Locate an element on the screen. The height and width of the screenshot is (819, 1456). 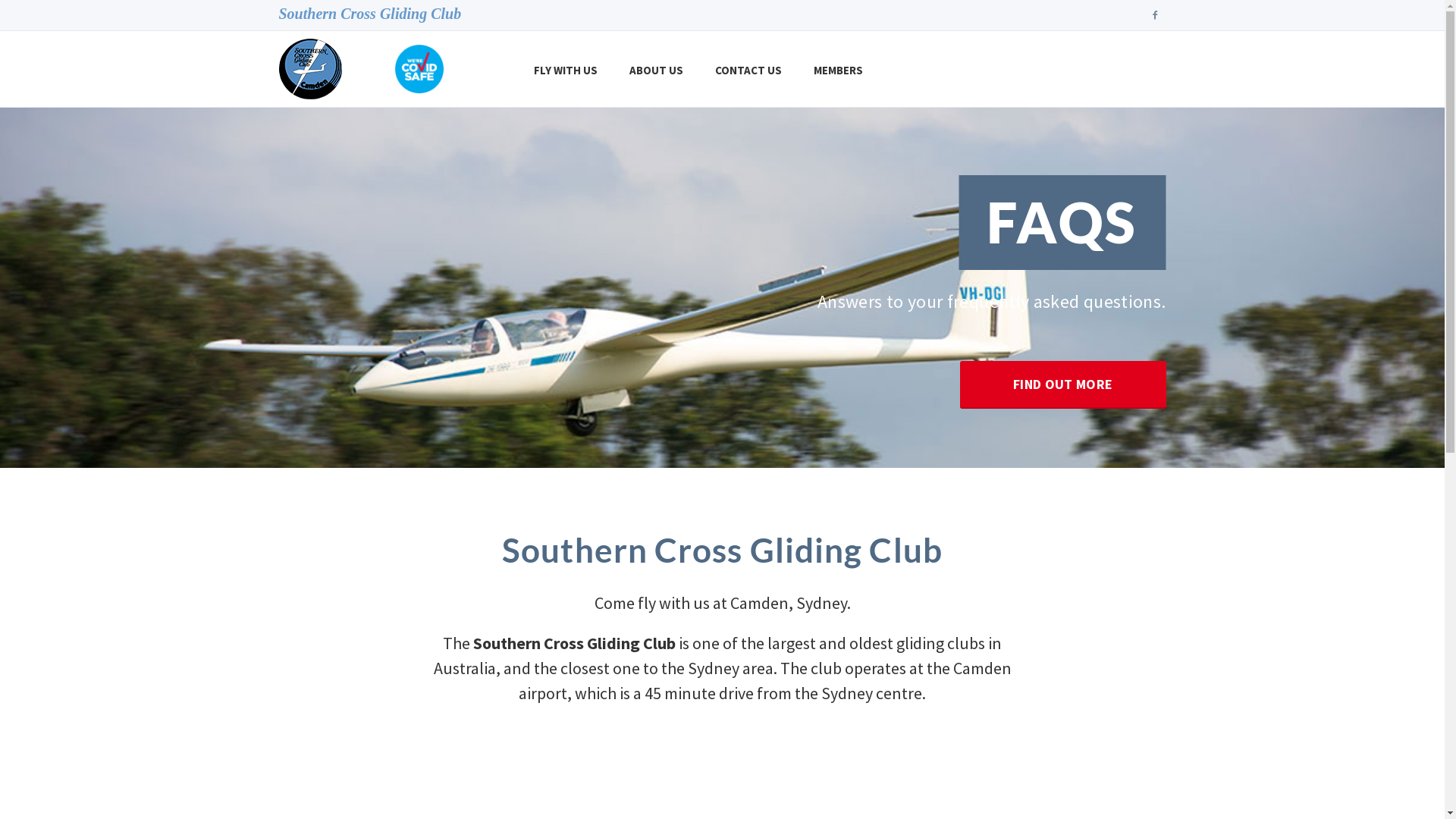
'ABOUT US' is located at coordinates (656, 69).